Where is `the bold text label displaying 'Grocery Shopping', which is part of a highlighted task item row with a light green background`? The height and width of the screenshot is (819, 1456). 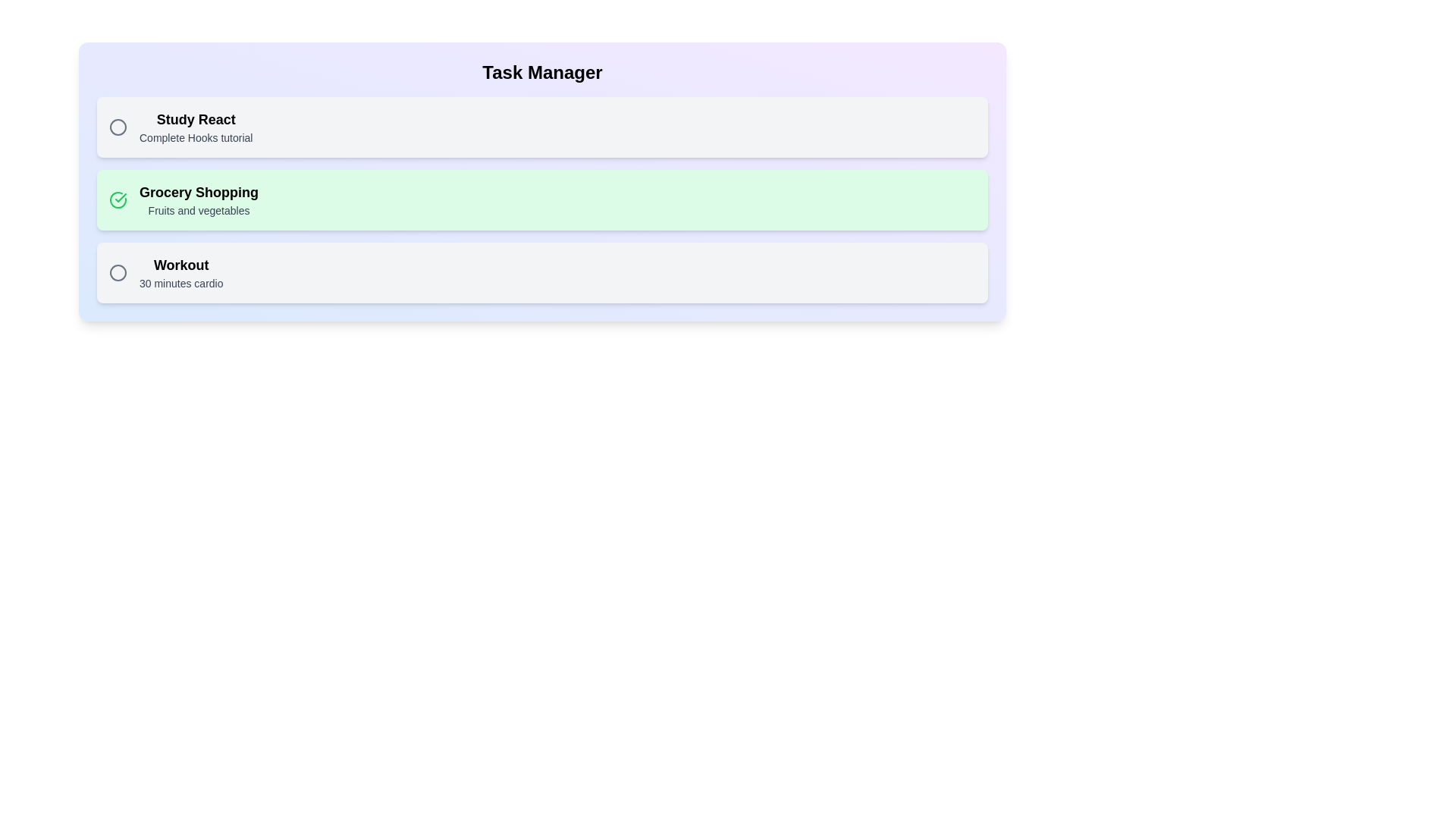 the bold text label displaying 'Grocery Shopping', which is part of a highlighted task item row with a light green background is located at coordinates (198, 192).